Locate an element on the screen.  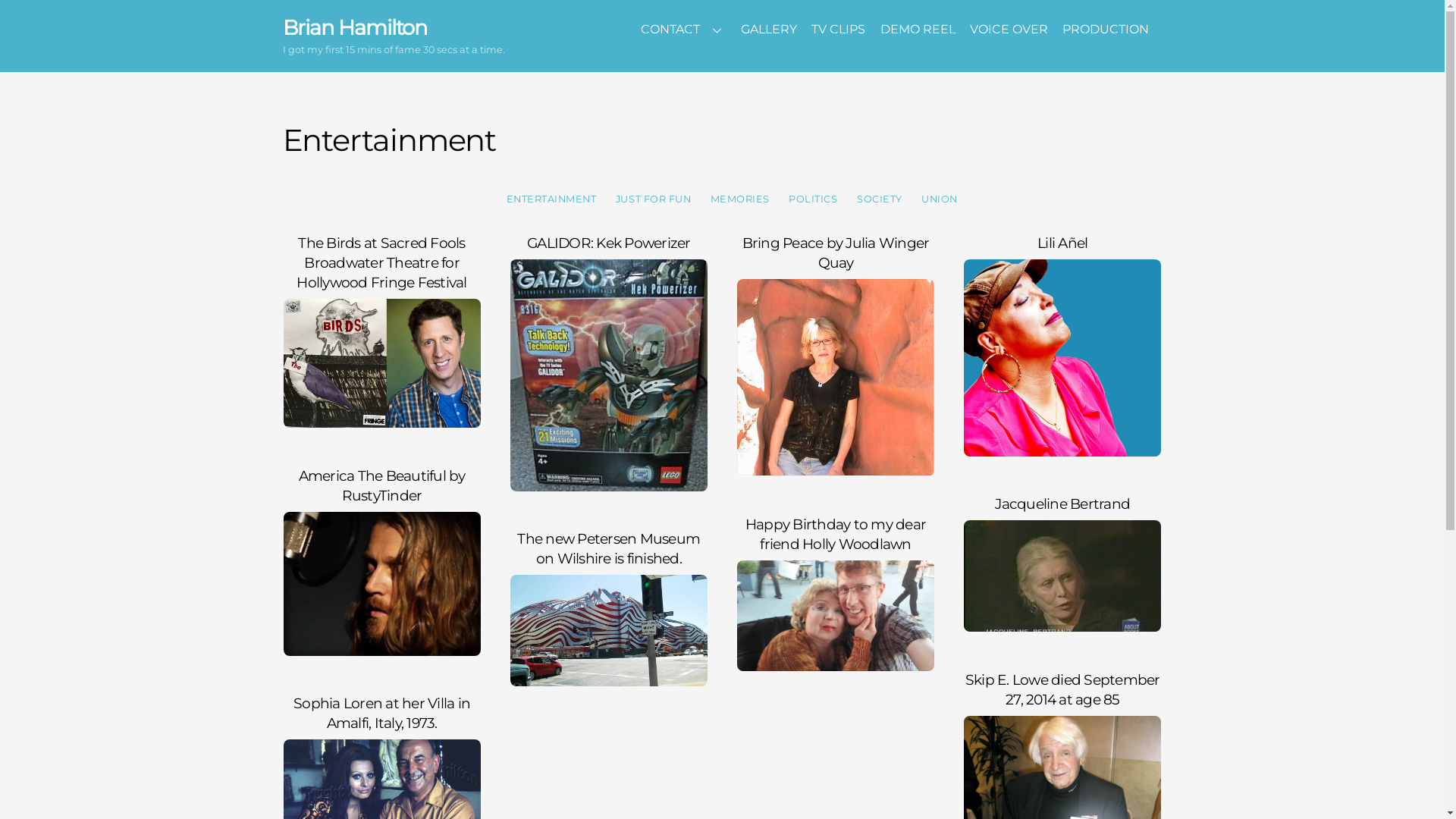
'ENTERTAINMENT' is located at coordinates (550, 198).